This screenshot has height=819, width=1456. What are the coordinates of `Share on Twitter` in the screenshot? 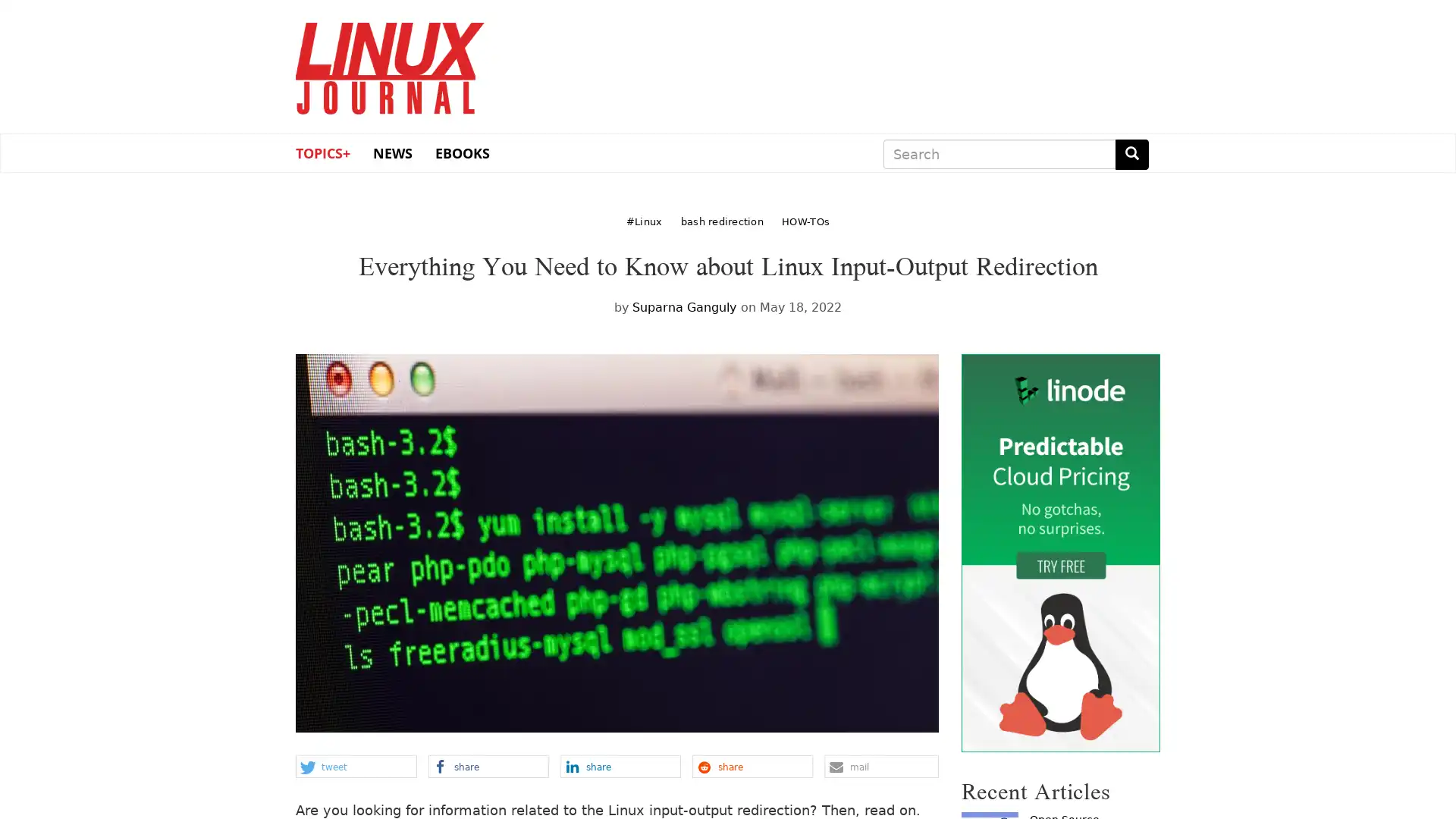 It's located at (355, 766).